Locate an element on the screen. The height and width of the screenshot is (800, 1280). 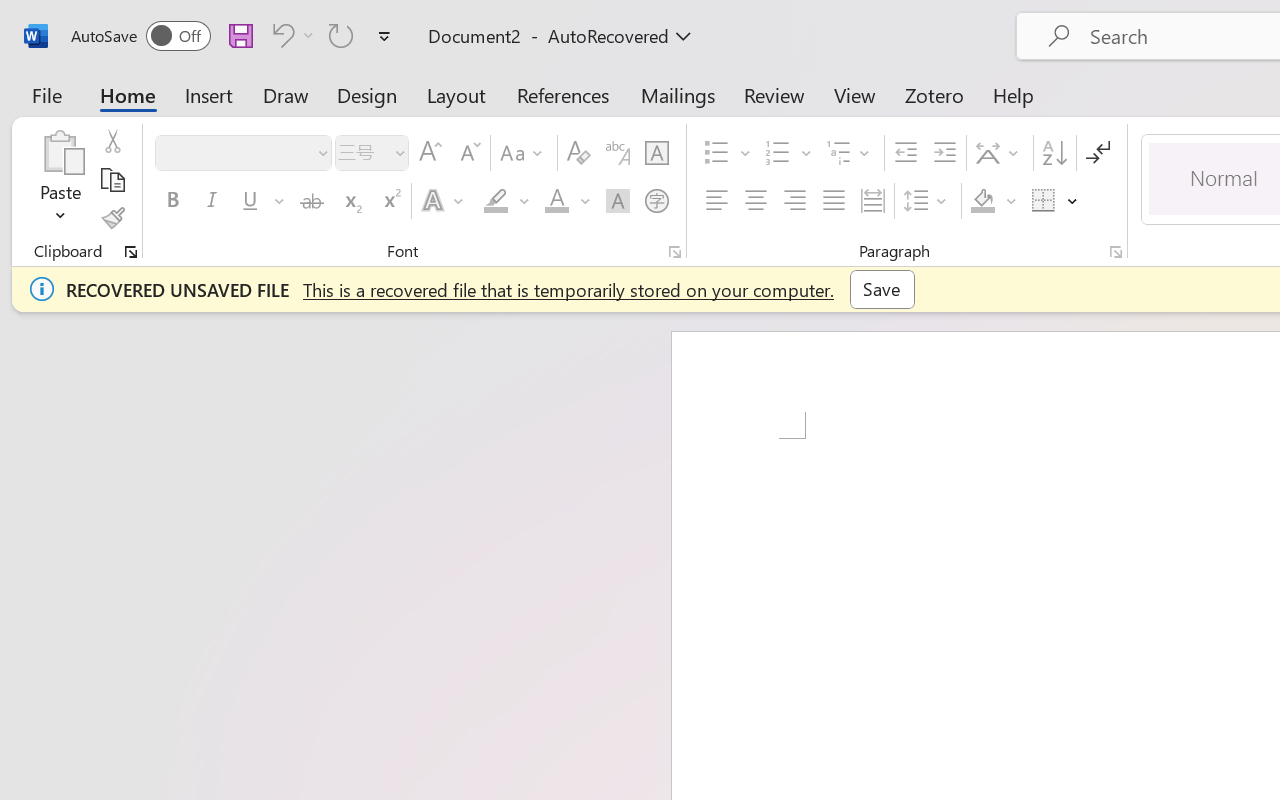
'Italic' is located at coordinates (212, 201).